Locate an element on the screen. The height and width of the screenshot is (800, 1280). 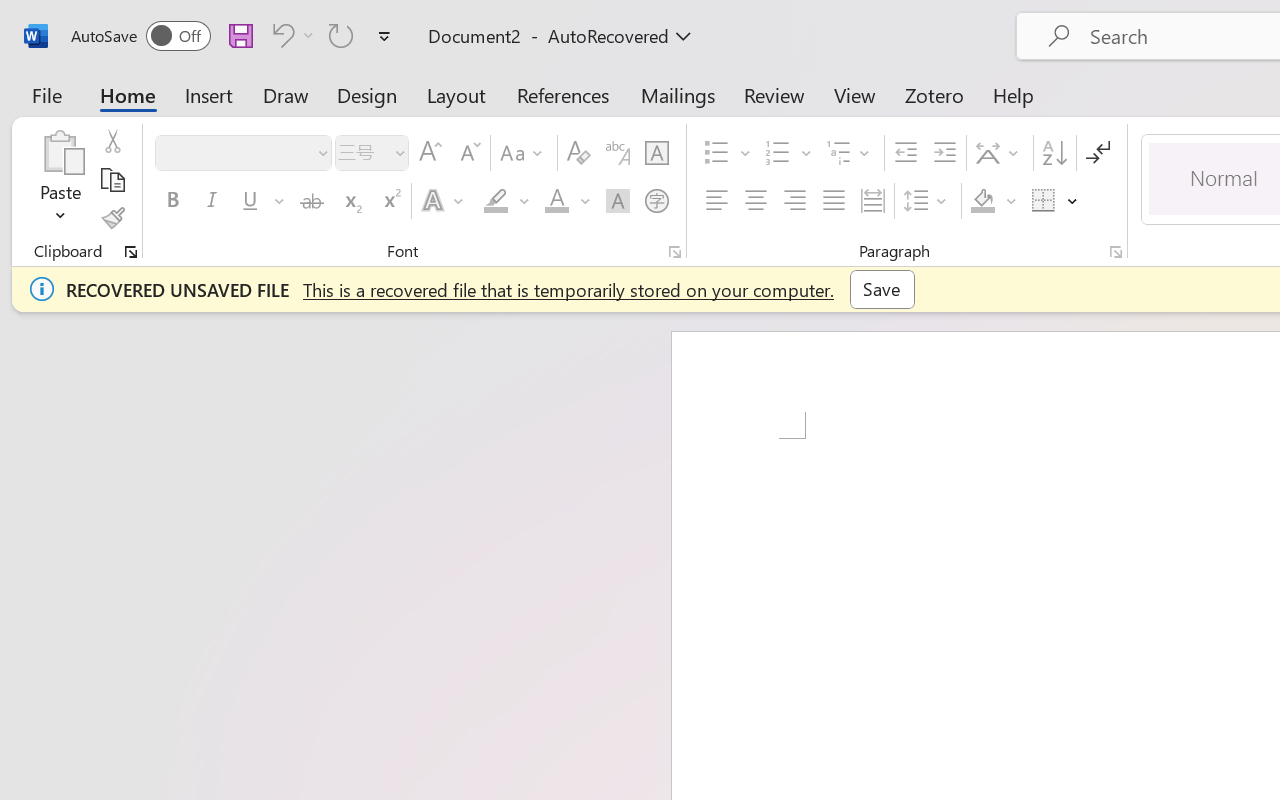
'Italic' is located at coordinates (212, 201).